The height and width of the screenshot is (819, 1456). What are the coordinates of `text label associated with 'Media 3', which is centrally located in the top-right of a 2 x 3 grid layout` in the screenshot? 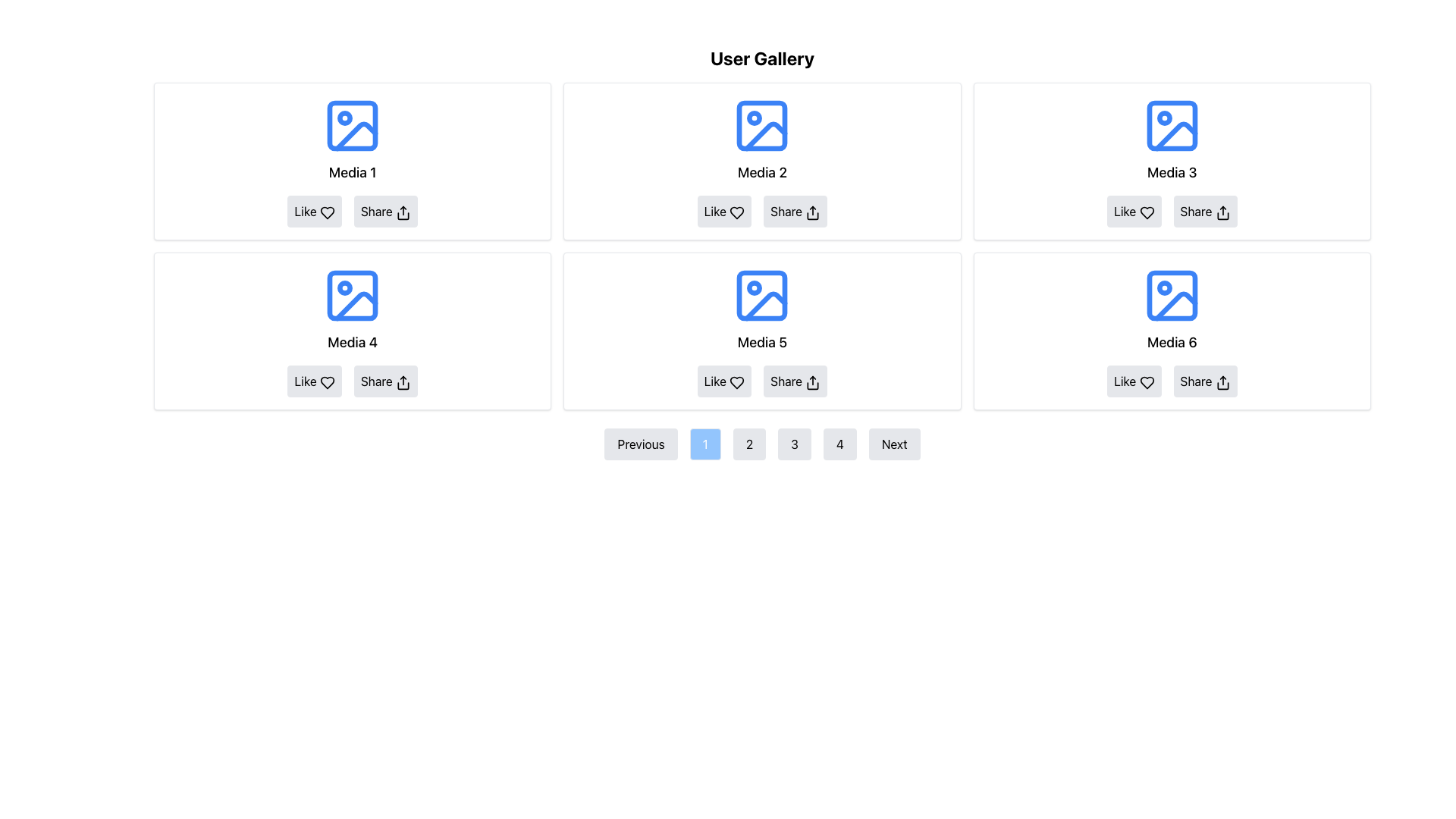 It's located at (1171, 171).